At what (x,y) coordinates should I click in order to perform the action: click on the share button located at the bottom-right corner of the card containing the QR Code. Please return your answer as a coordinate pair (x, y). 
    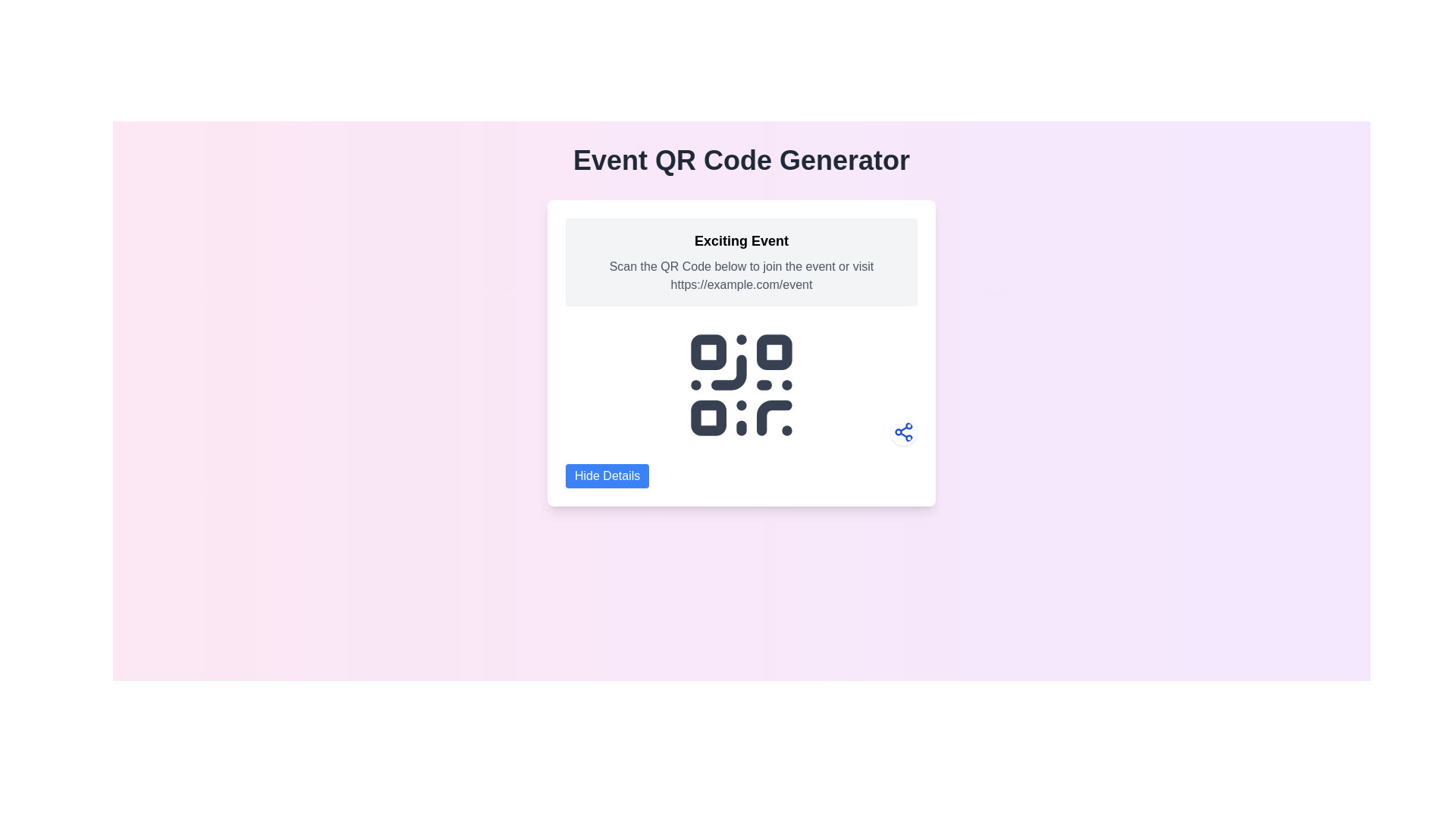
    Looking at the image, I should click on (903, 432).